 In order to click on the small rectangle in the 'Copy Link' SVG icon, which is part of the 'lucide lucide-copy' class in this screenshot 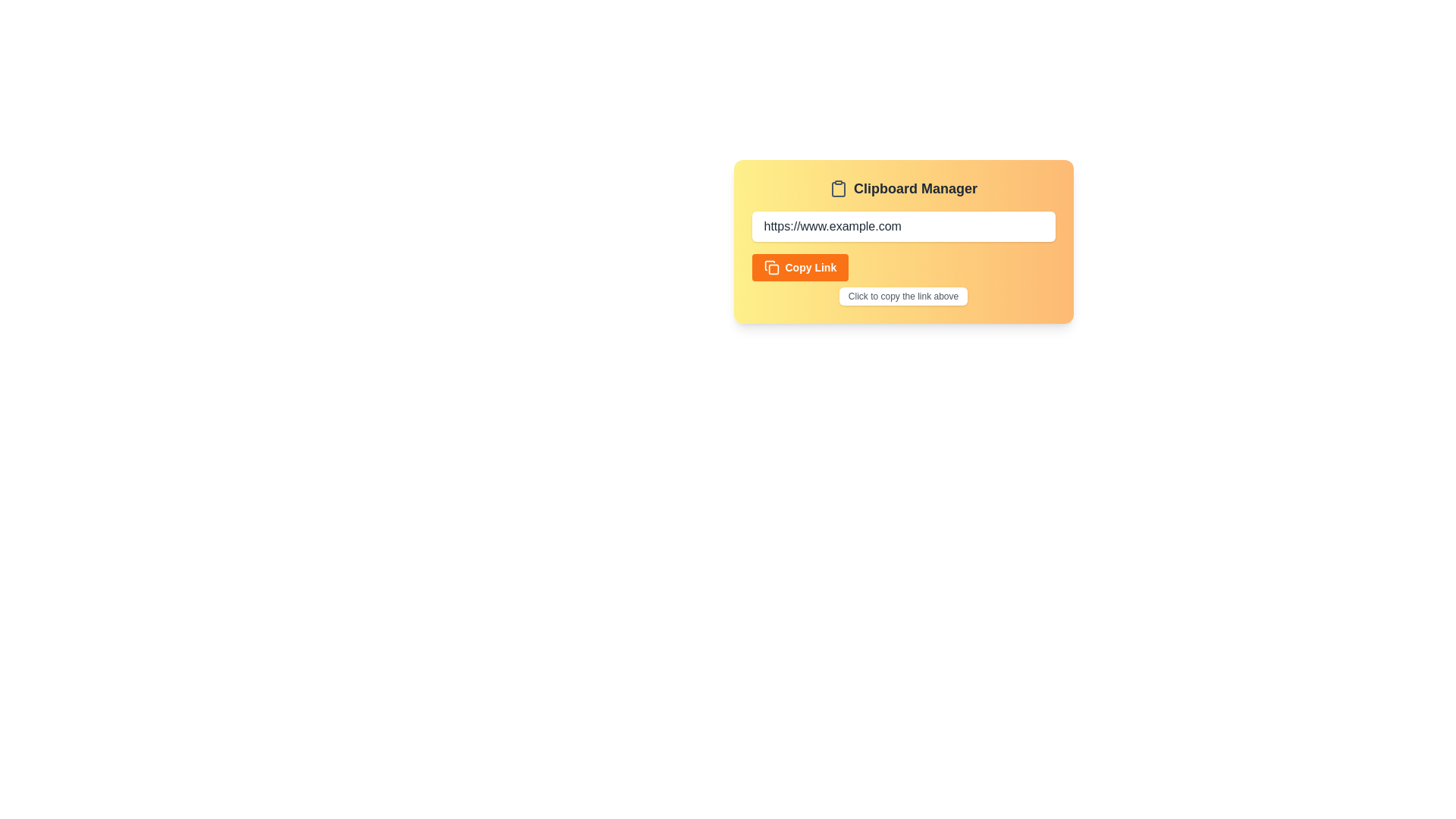, I will do `click(773, 268)`.